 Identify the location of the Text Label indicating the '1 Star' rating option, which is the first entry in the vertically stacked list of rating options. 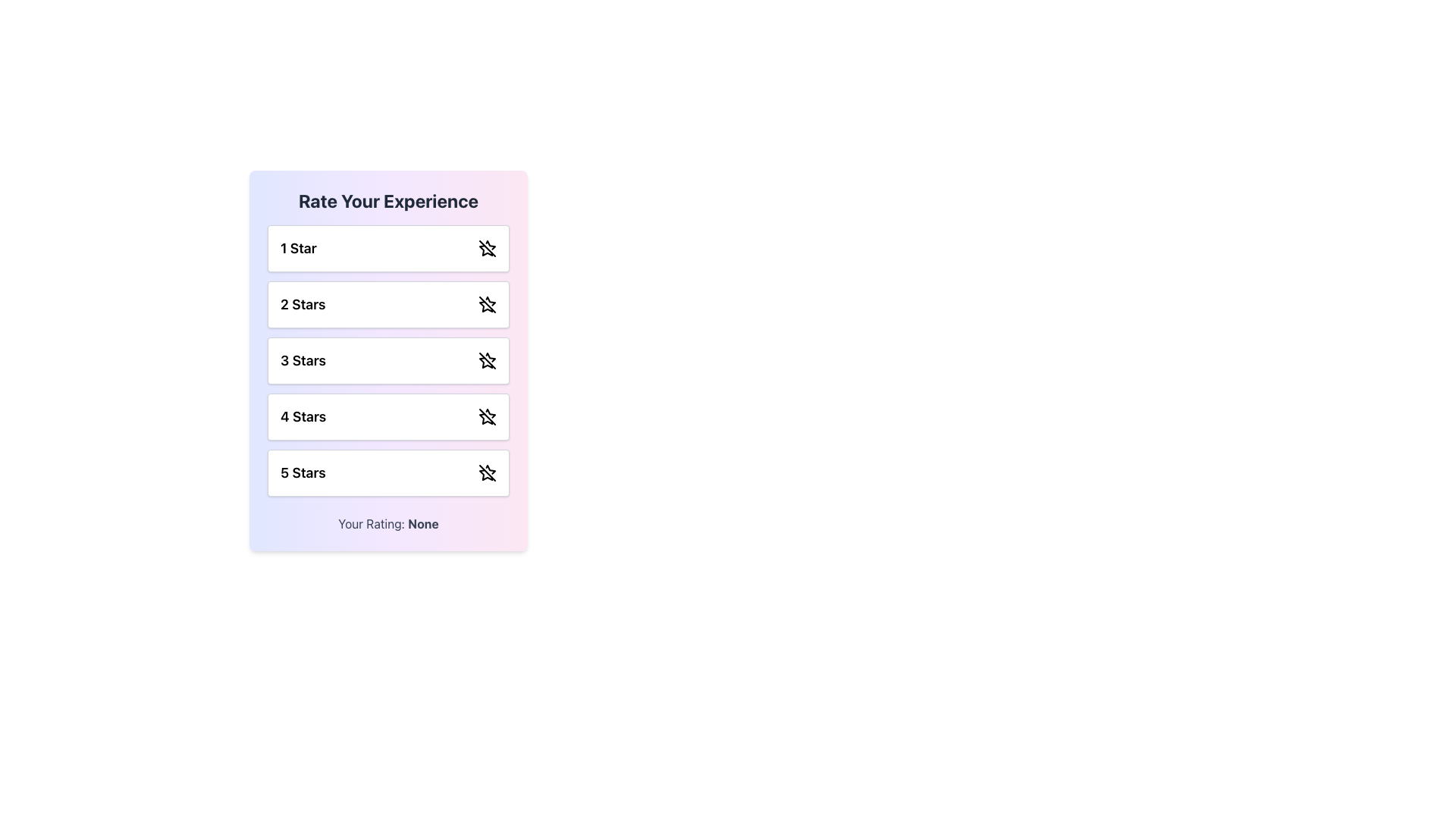
(298, 247).